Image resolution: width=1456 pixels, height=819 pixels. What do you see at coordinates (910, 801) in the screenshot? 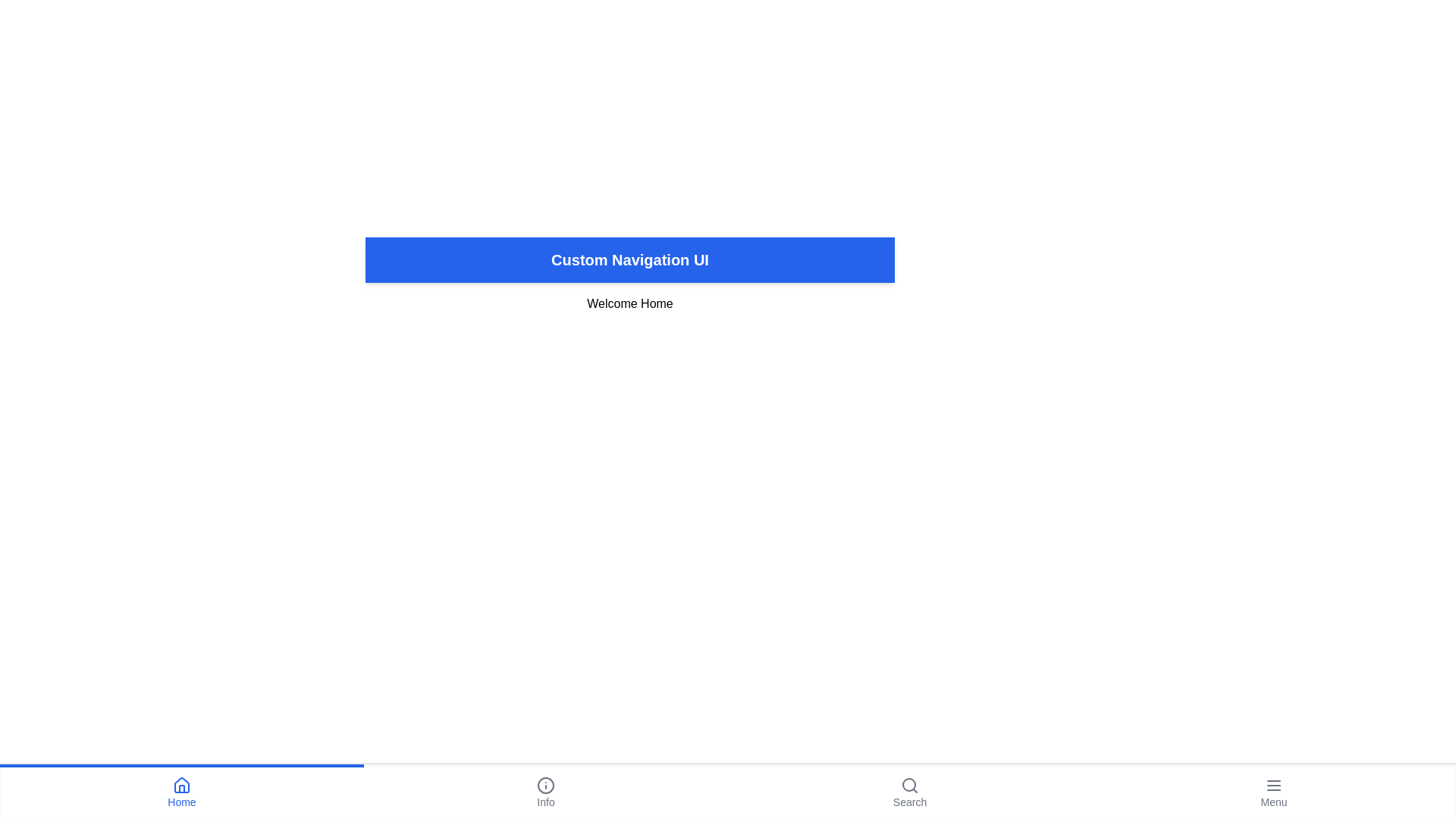
I see `the 'Search' Text Label located at the bottom-right corner of the navigation bar, which serves as a descriptive title for the search icon above it` at bounding box center [910, 801].